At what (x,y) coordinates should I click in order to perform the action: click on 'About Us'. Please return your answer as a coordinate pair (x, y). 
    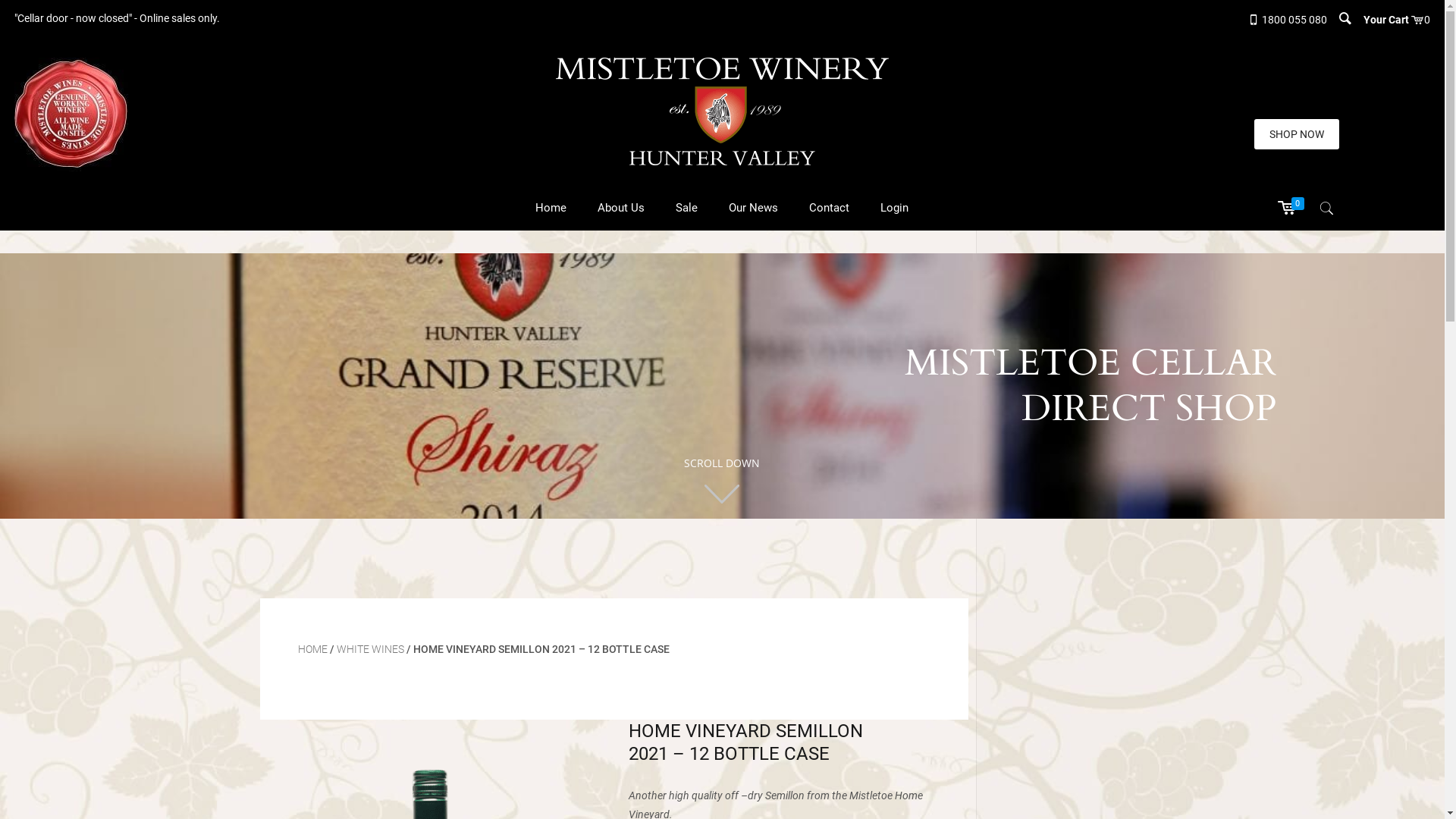
    Looking at the image, I should click on (621, 207).